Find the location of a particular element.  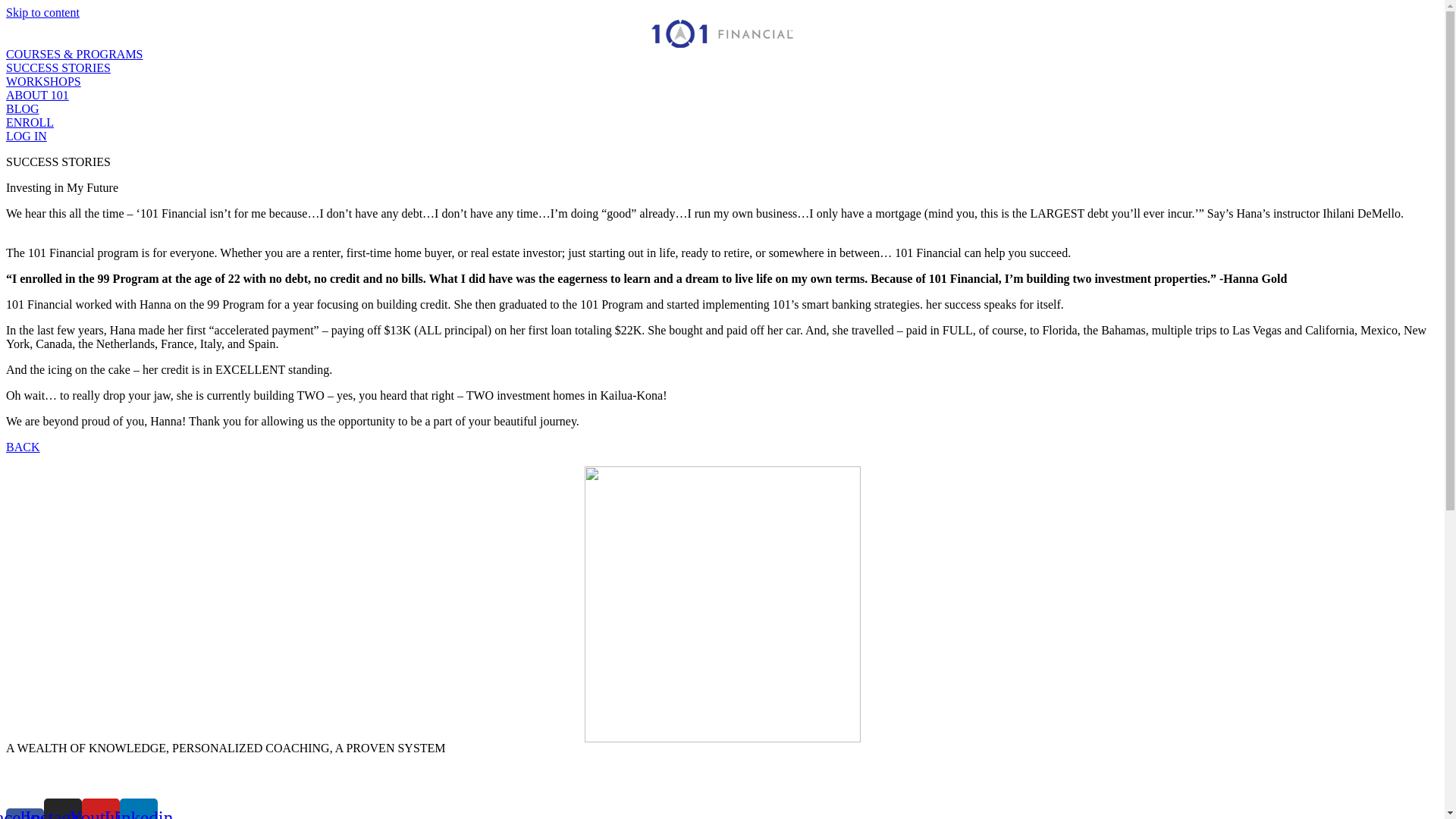

'SUCCESS STORIES' is located at coordinates (58, 67).